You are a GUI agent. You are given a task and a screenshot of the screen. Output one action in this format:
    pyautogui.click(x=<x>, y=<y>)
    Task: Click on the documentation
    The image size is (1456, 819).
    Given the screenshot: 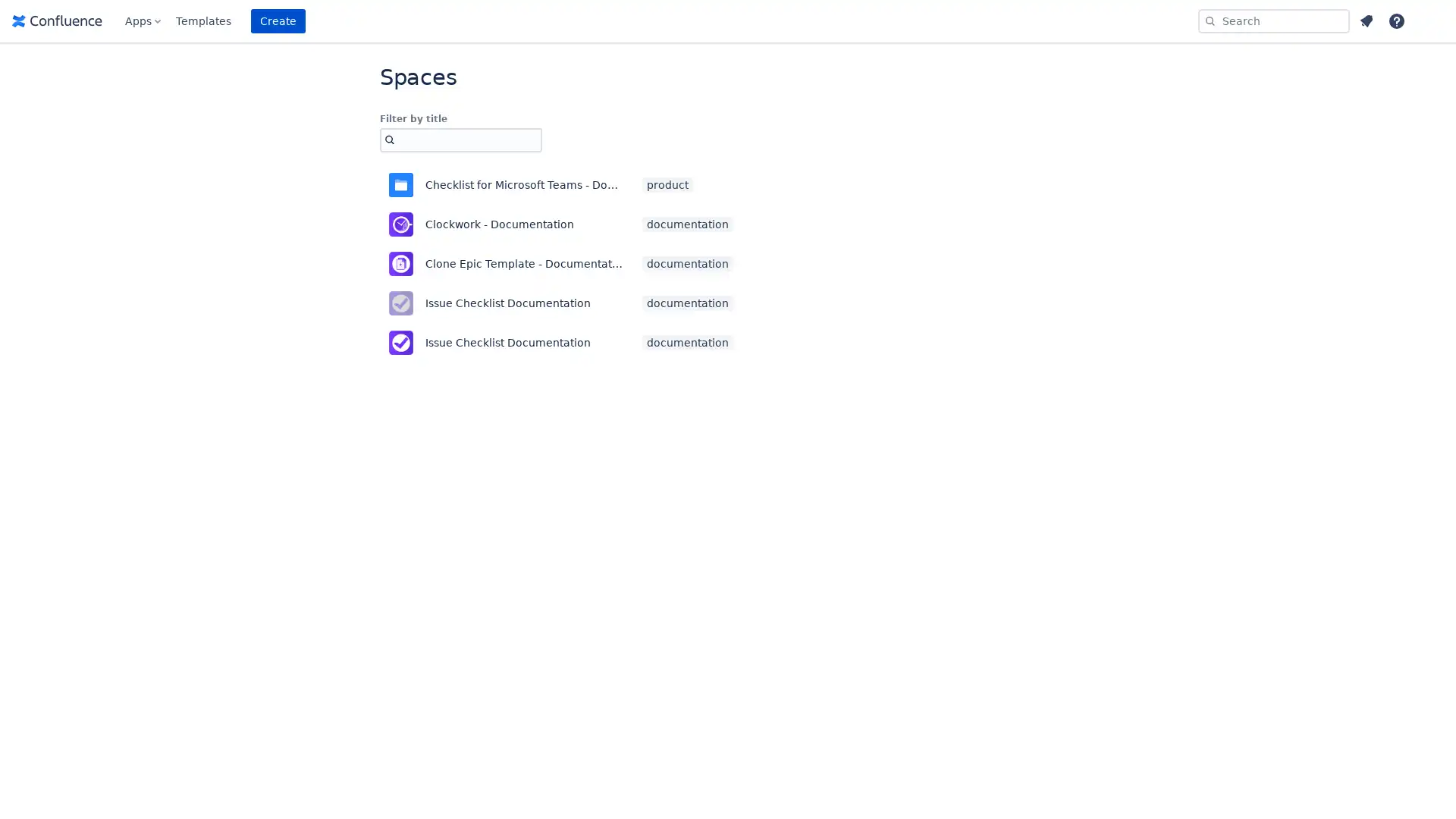 What is the action you would take?
    pyautogui.click(x=687, y=303)
    